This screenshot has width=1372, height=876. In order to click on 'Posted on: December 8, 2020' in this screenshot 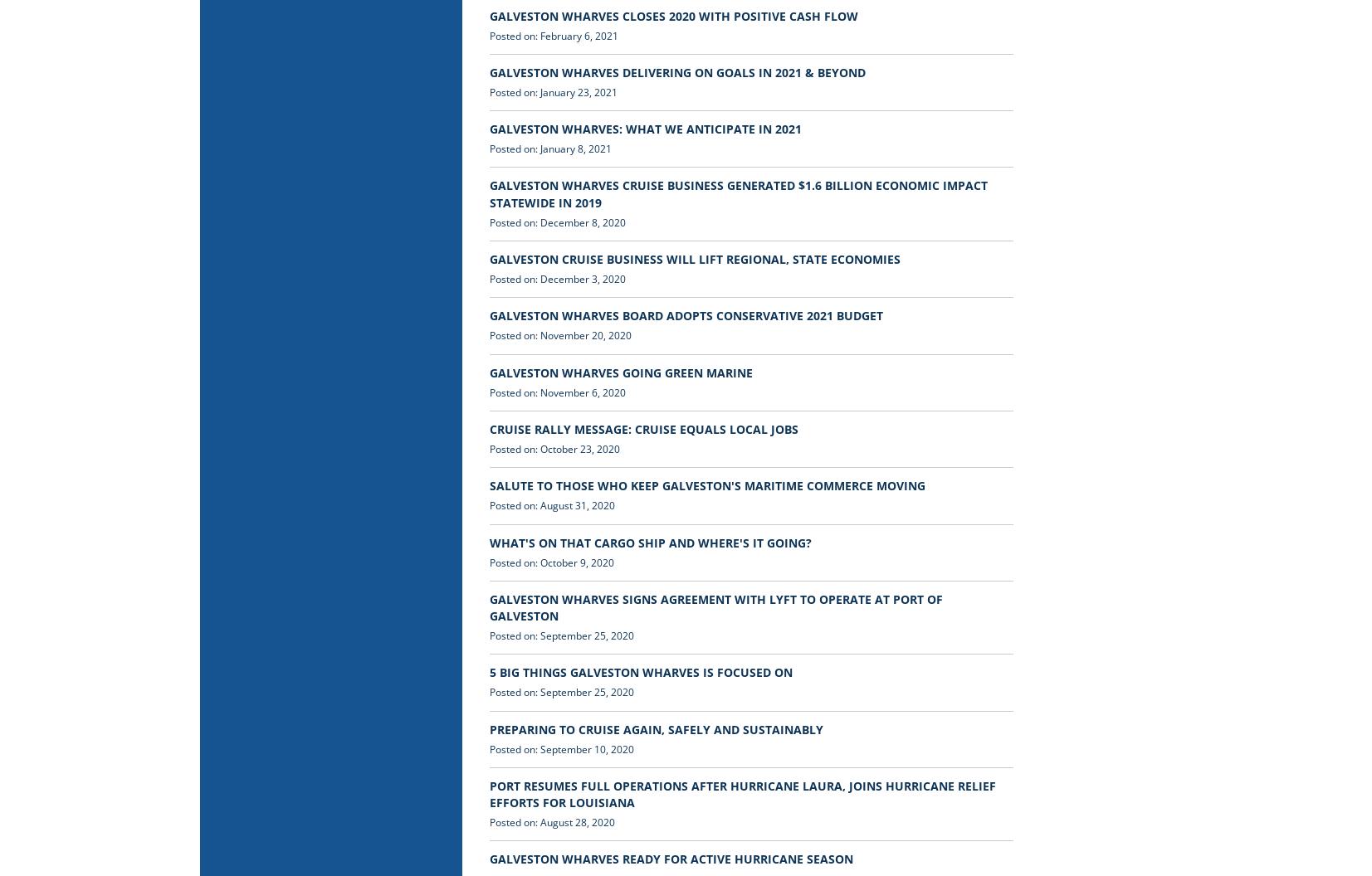, I will do `click(488, 221)`.